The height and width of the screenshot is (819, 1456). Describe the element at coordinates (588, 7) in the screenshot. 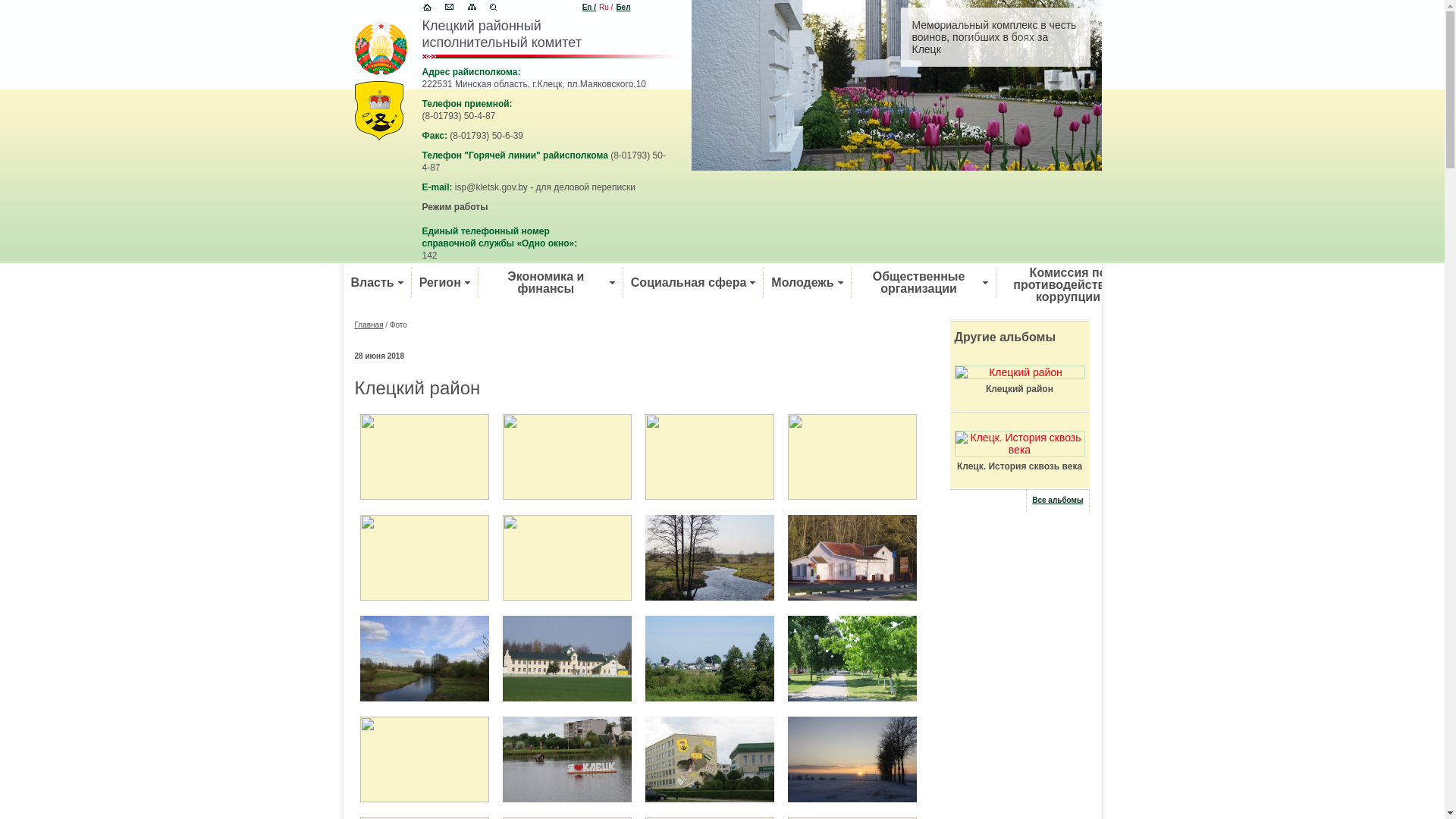

I see `'En /'` at that location.